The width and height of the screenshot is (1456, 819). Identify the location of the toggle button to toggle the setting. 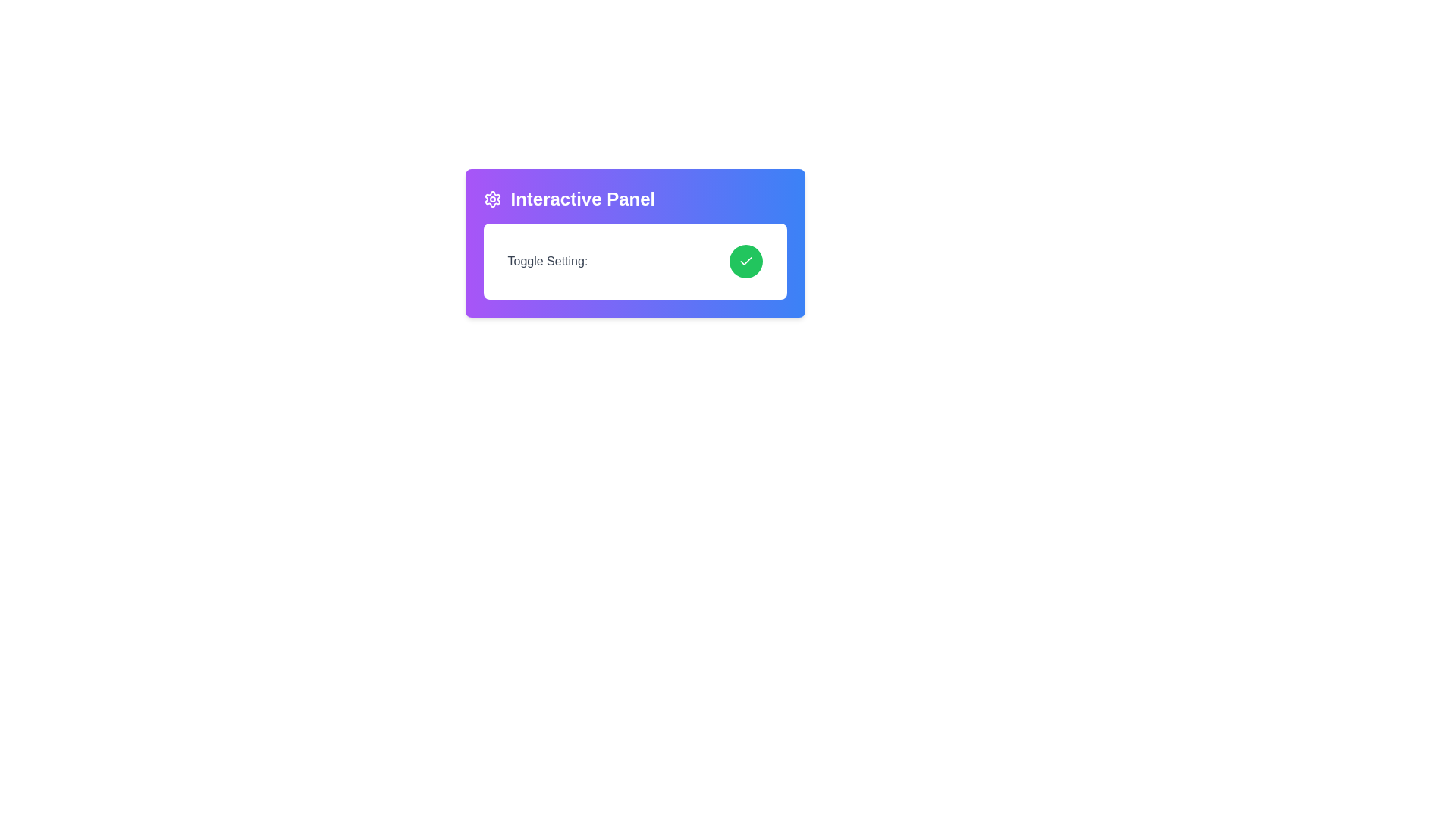
(745, 260).